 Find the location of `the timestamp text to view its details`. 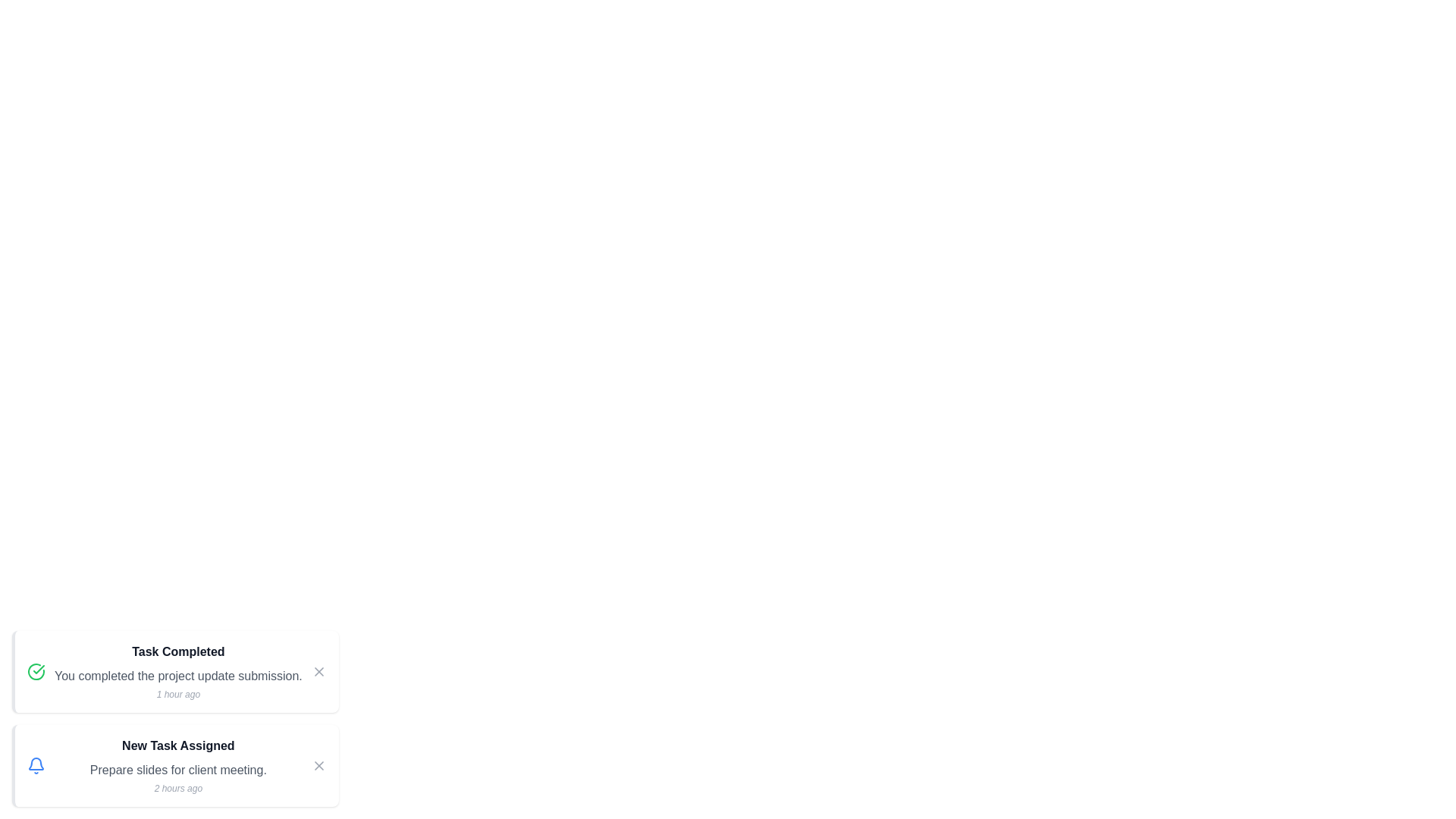

the timestamp text to view its details is located at coordinates (178, 694).